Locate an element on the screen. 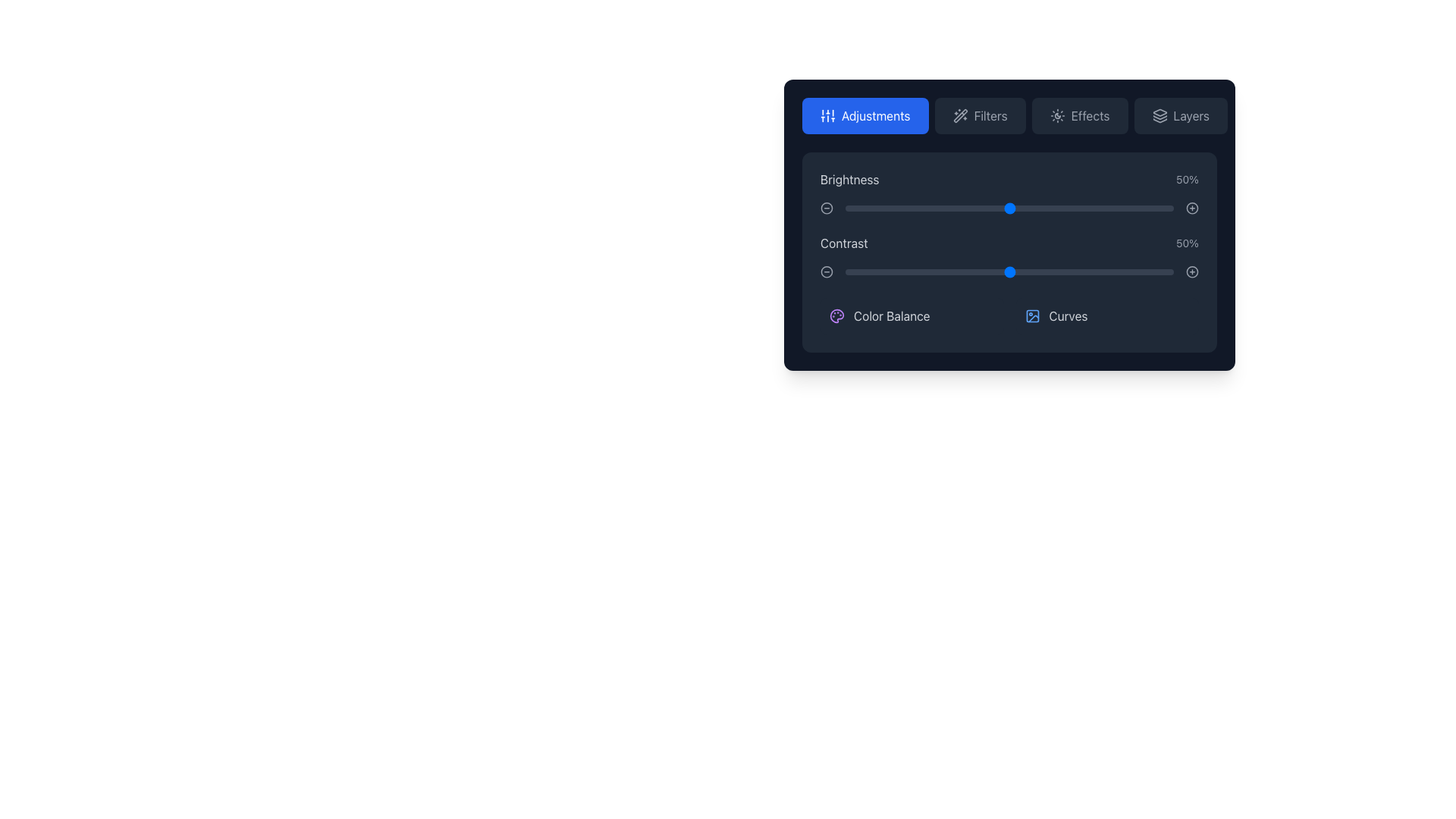 The height and width of the screenshot is (819, 1456). the small blue pictorial icon resembling a minimalistic image frame with a circle and a line inside, located to the left of the text 'Curves' in the bottom row of items under 'Adjustments' is located at coordinates (1031, 315).